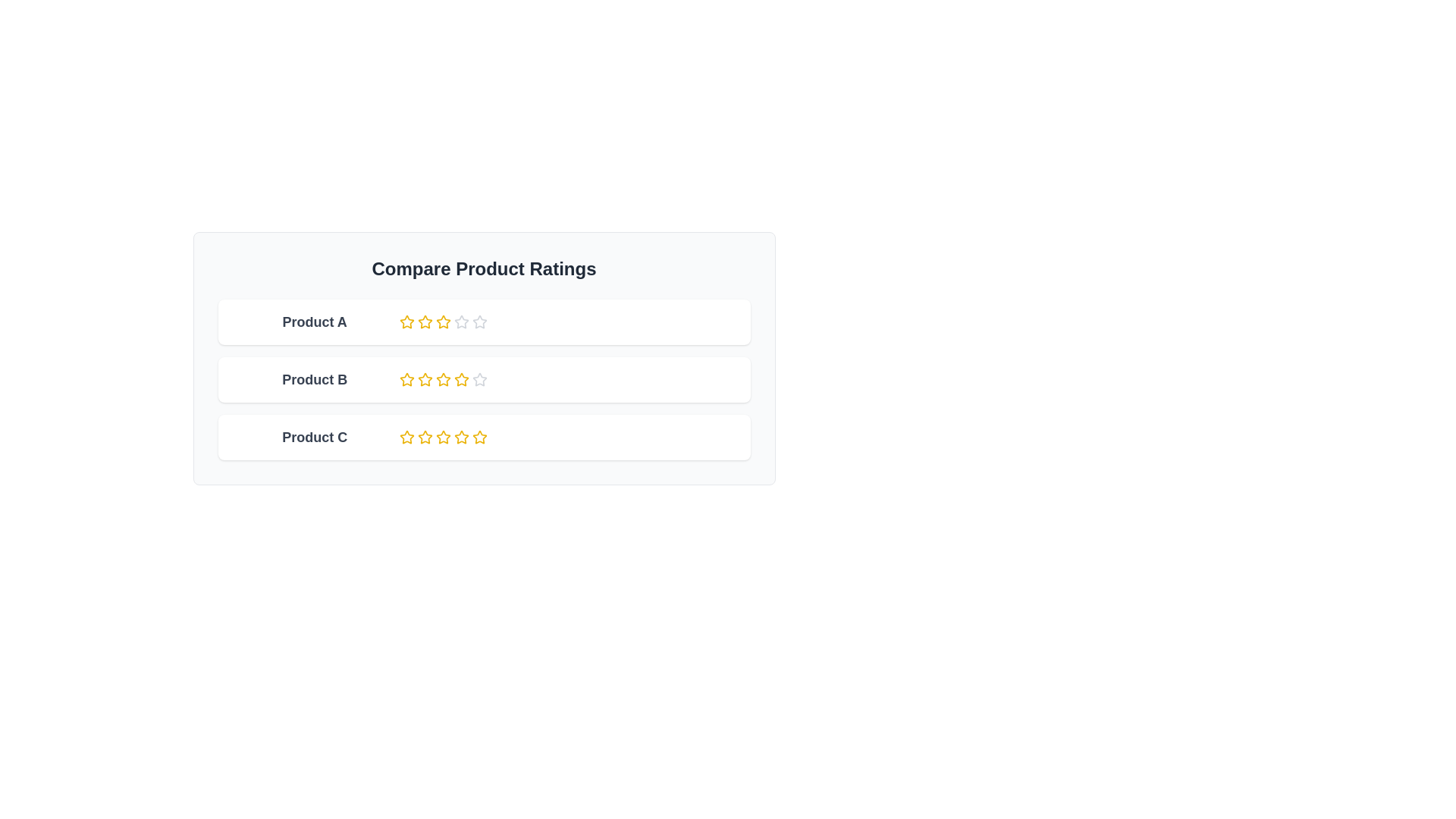 Image resolution: width=1456 pixels, height=819 pixels. What do you see at coordinates (460, 378) in the screenshot?
I see `the third star` at bounding box center [460, 378].